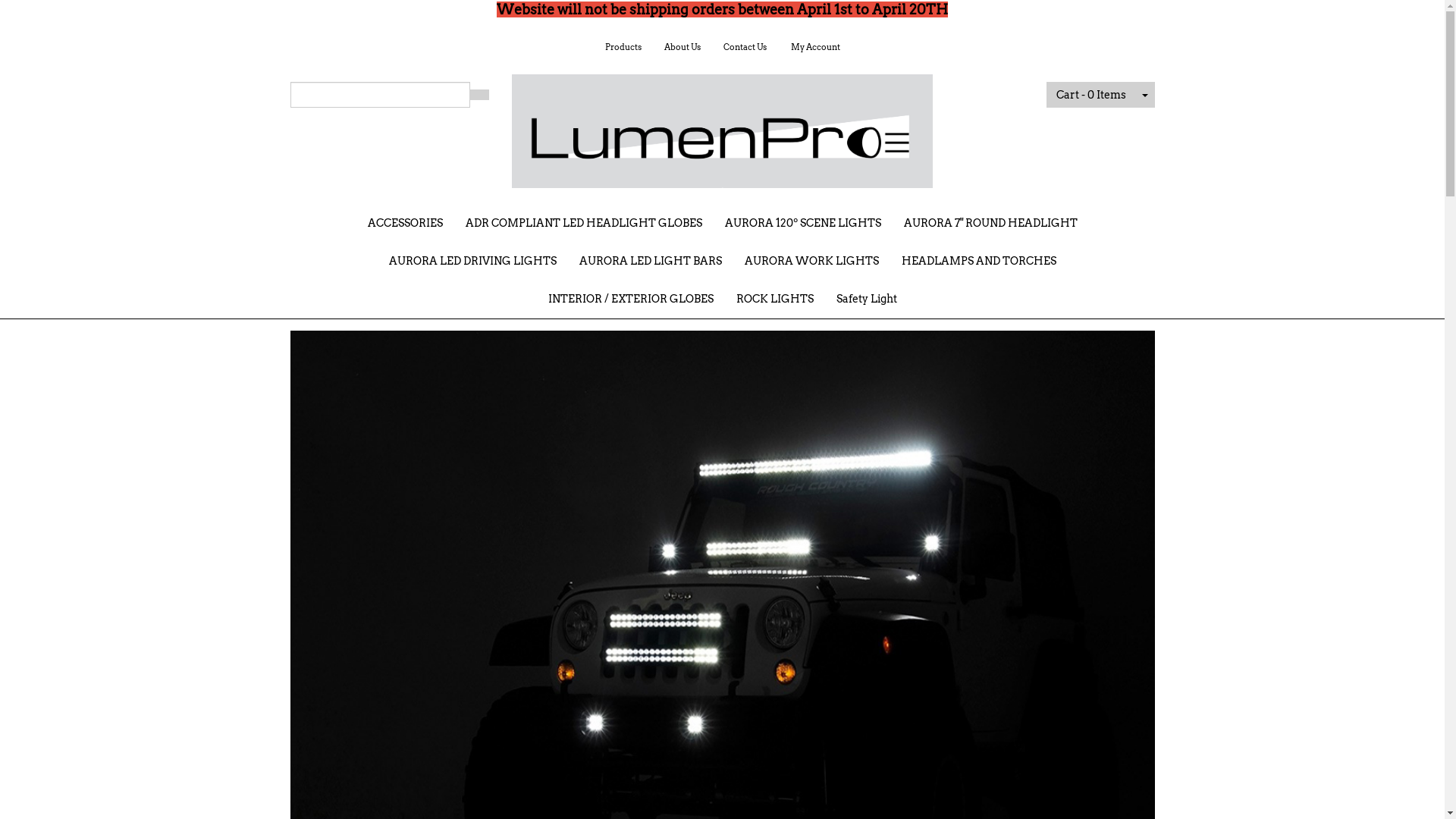  I want to click on 'LumenPro', so click(721, 124).